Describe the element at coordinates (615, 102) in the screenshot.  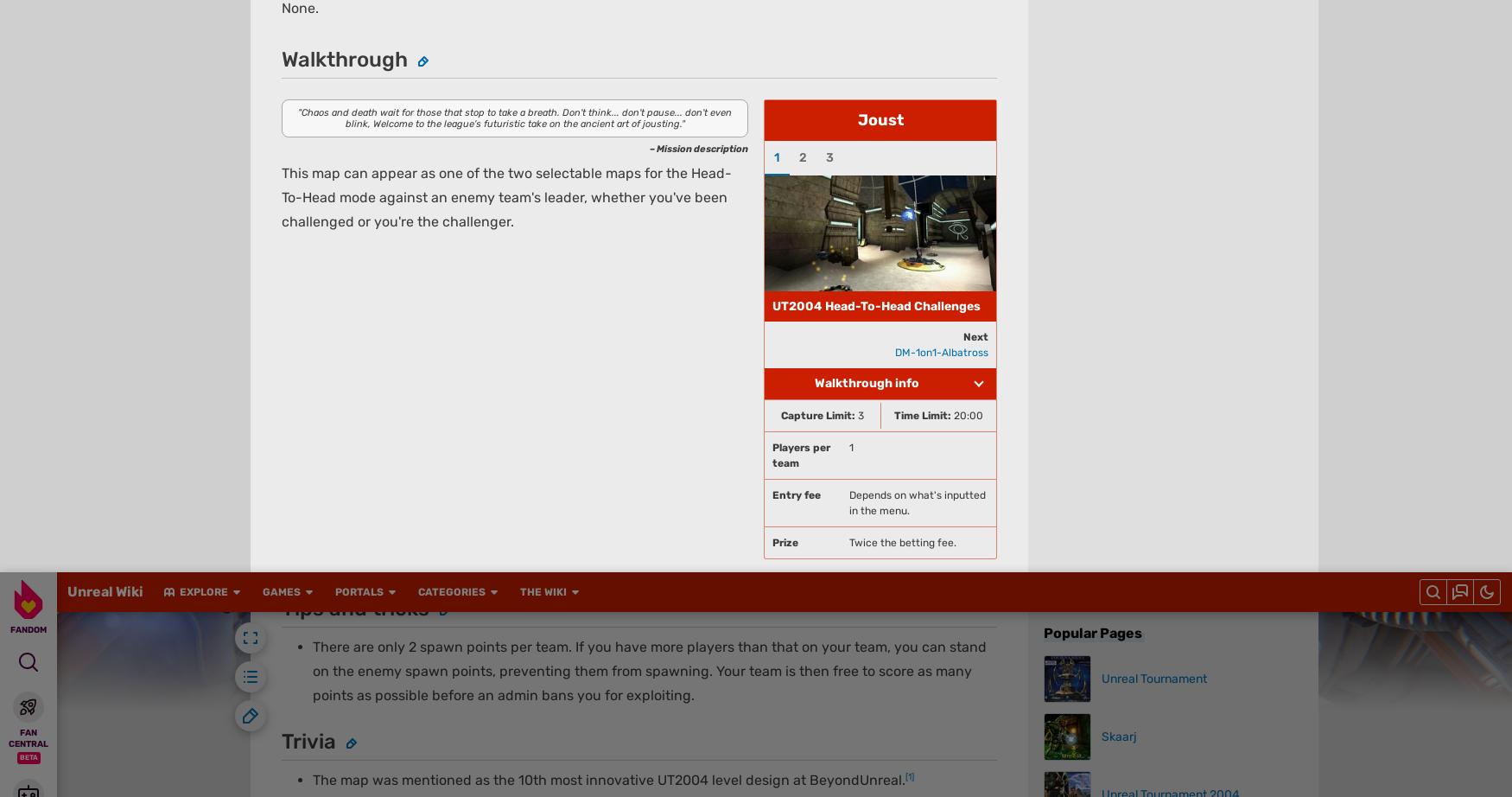
I see `'Local Sitemap'` at that location.